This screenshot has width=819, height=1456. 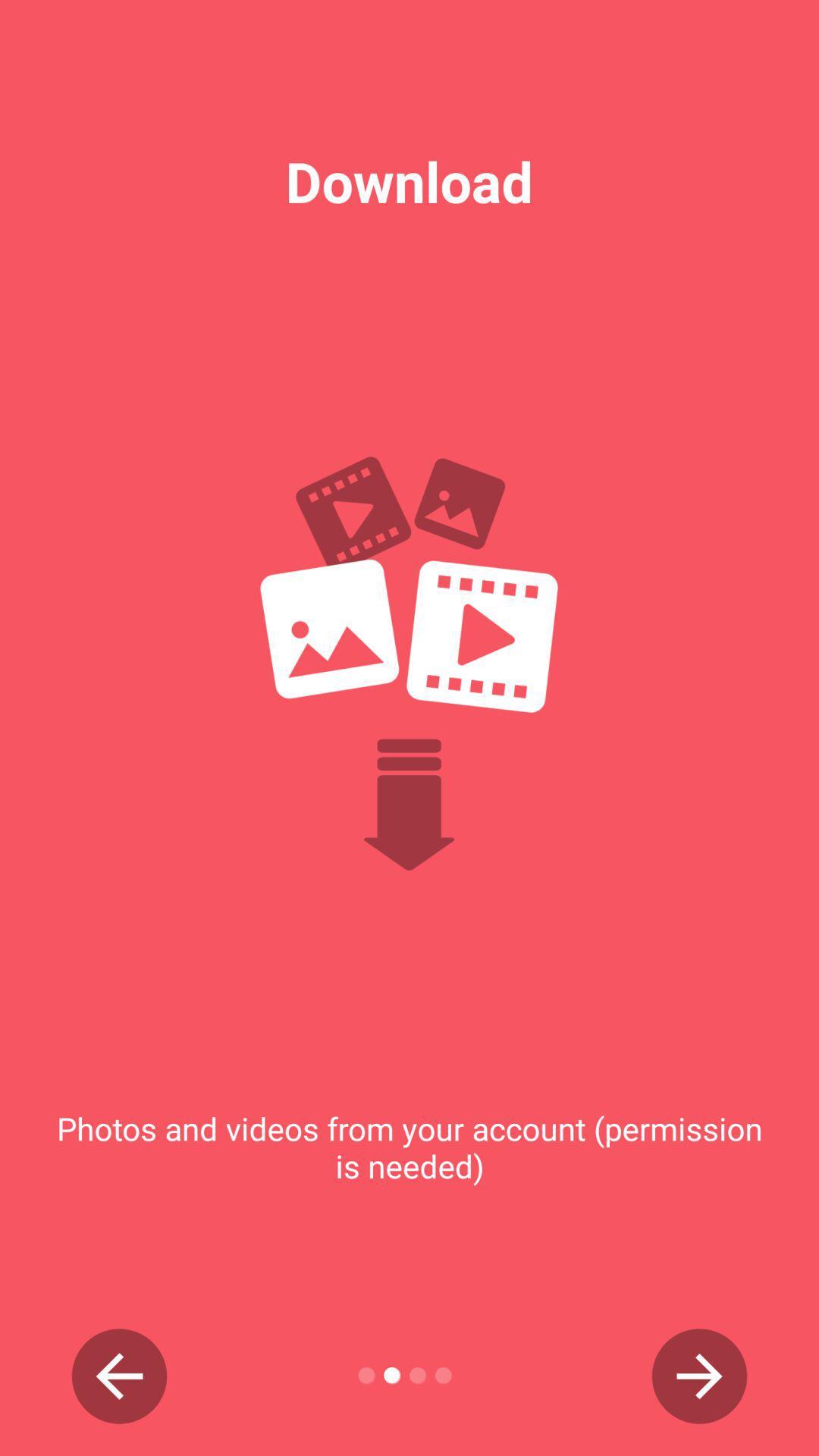 What do you see at coordinates (699, 1376) in the screenshot?
I see `next` at bounding box center [699, 1376].